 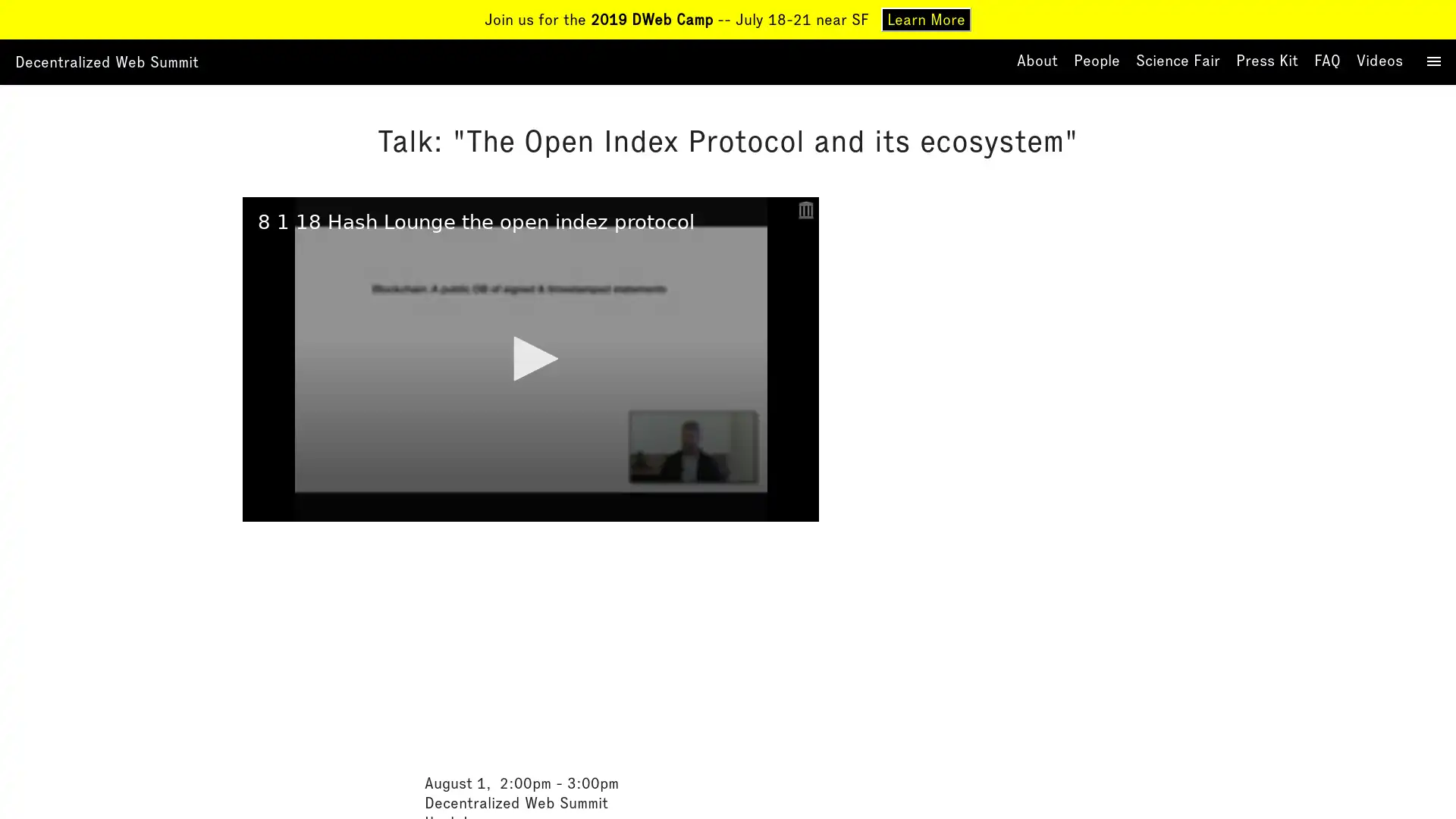 What do you see at coordinates (925, 20) in the screenshot?
I see `Learn More` at bounding box center [925, 20].